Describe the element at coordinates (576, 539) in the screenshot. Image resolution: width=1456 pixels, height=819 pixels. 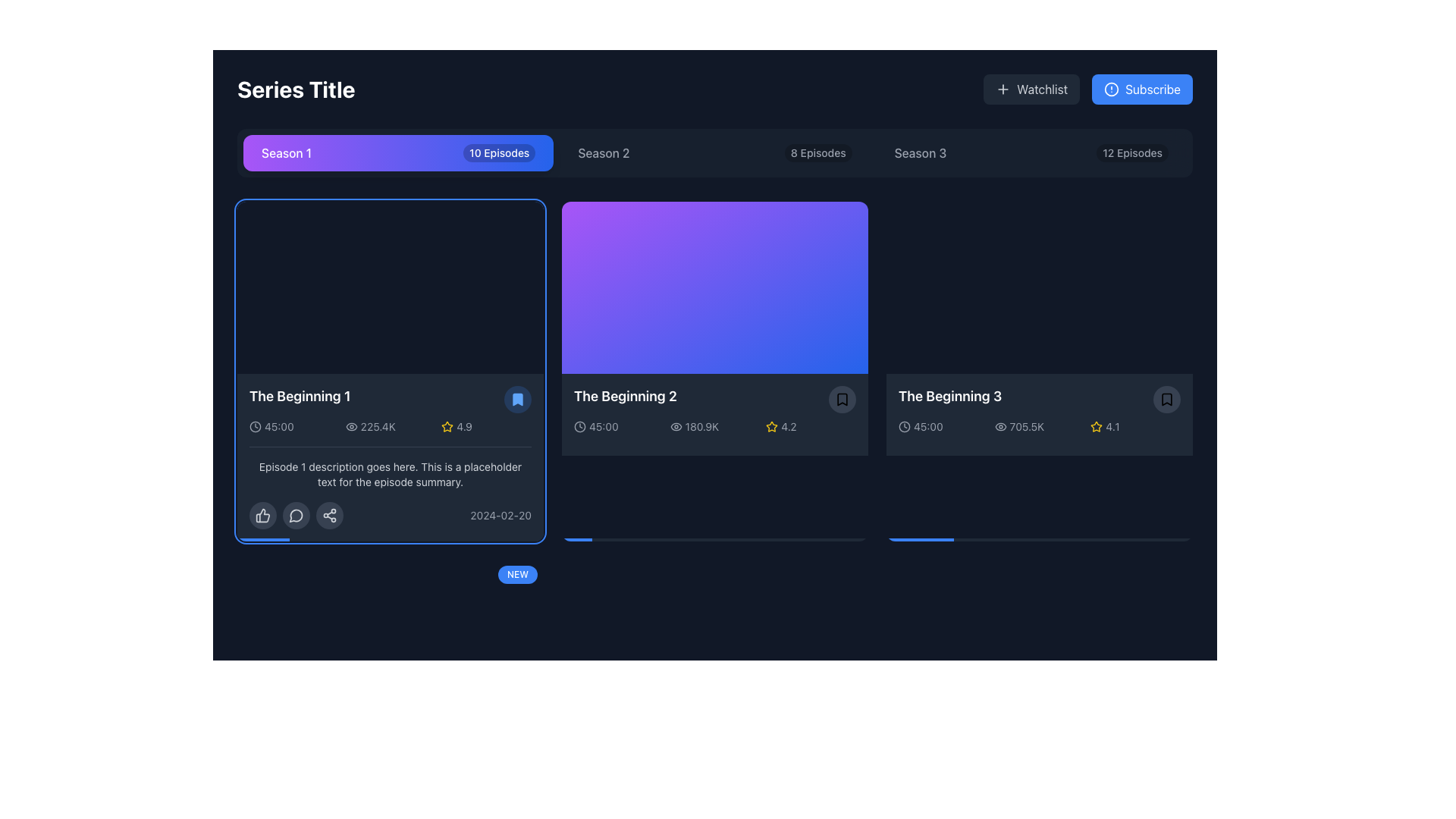
I see `the blue progress bar segment located at the bottom of the display area, which is a small segment of a wider gray bar` at that location.